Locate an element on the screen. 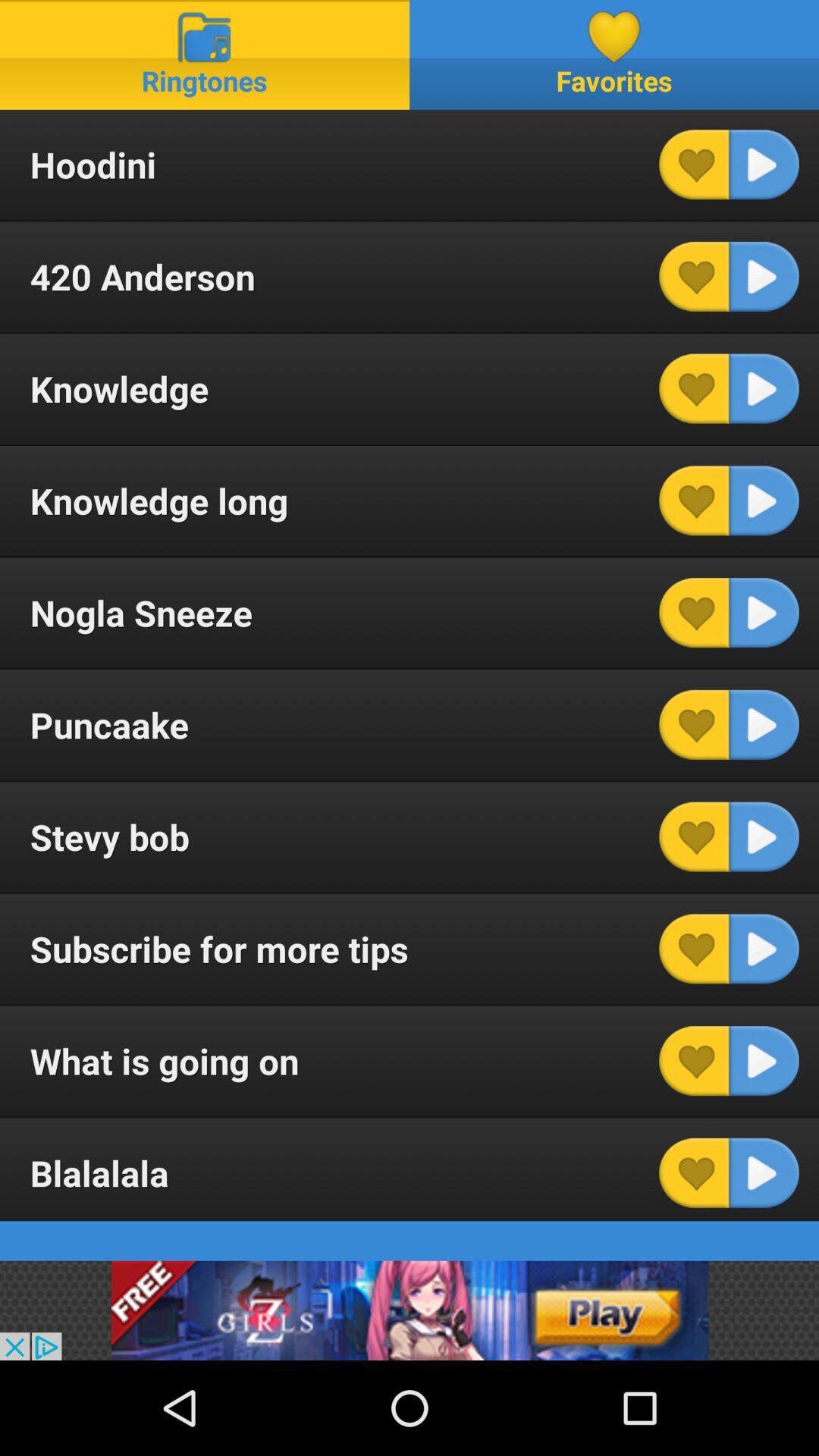 The width and height of the screenshot is (819, 1456). button is located at coordinates (764, 836).